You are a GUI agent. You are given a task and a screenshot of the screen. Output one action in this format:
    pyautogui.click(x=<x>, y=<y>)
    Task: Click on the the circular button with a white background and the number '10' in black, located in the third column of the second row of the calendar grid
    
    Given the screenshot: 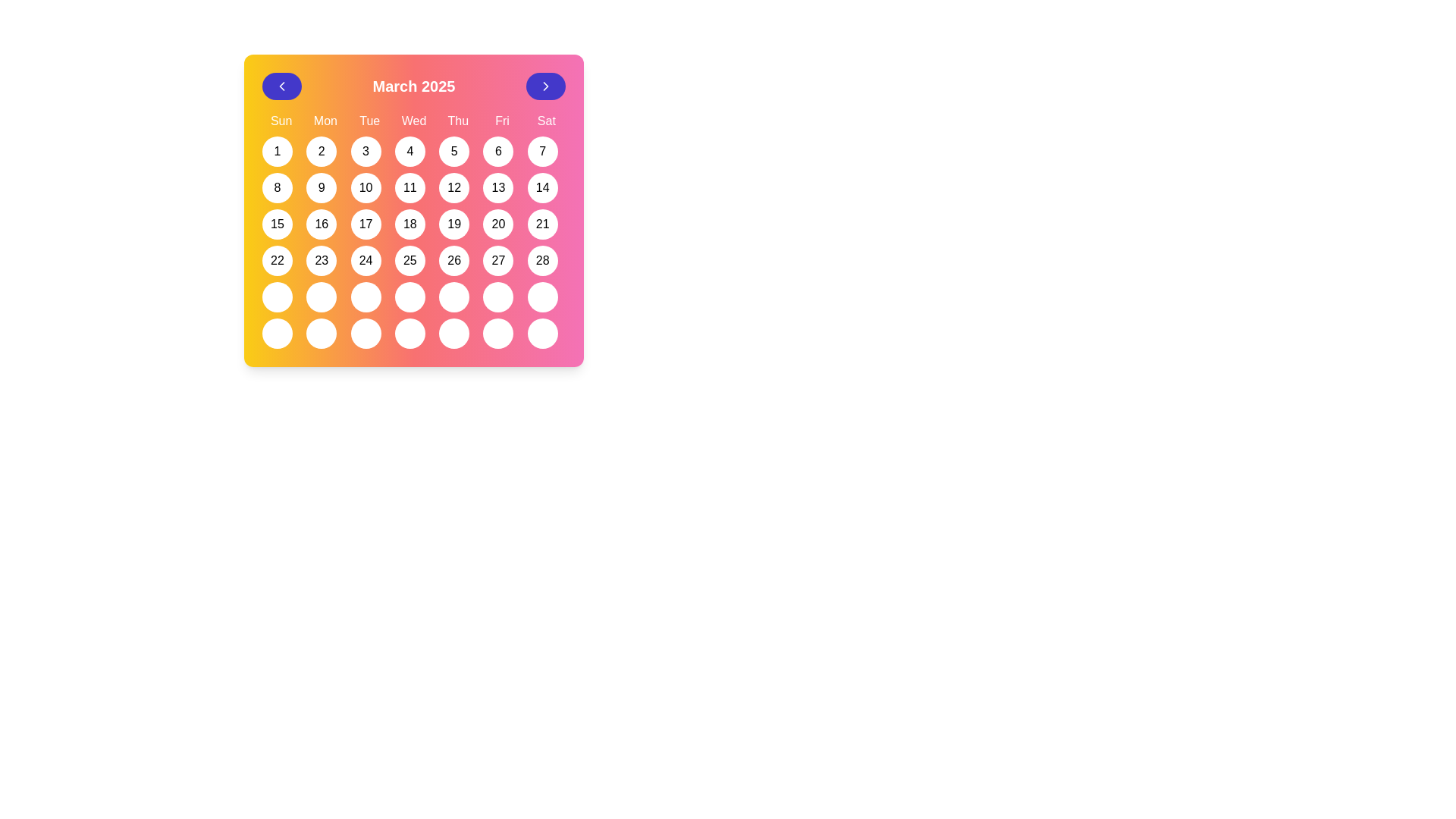 What is the action you would take?
    pyautogui.click(x=366, y=187)
    